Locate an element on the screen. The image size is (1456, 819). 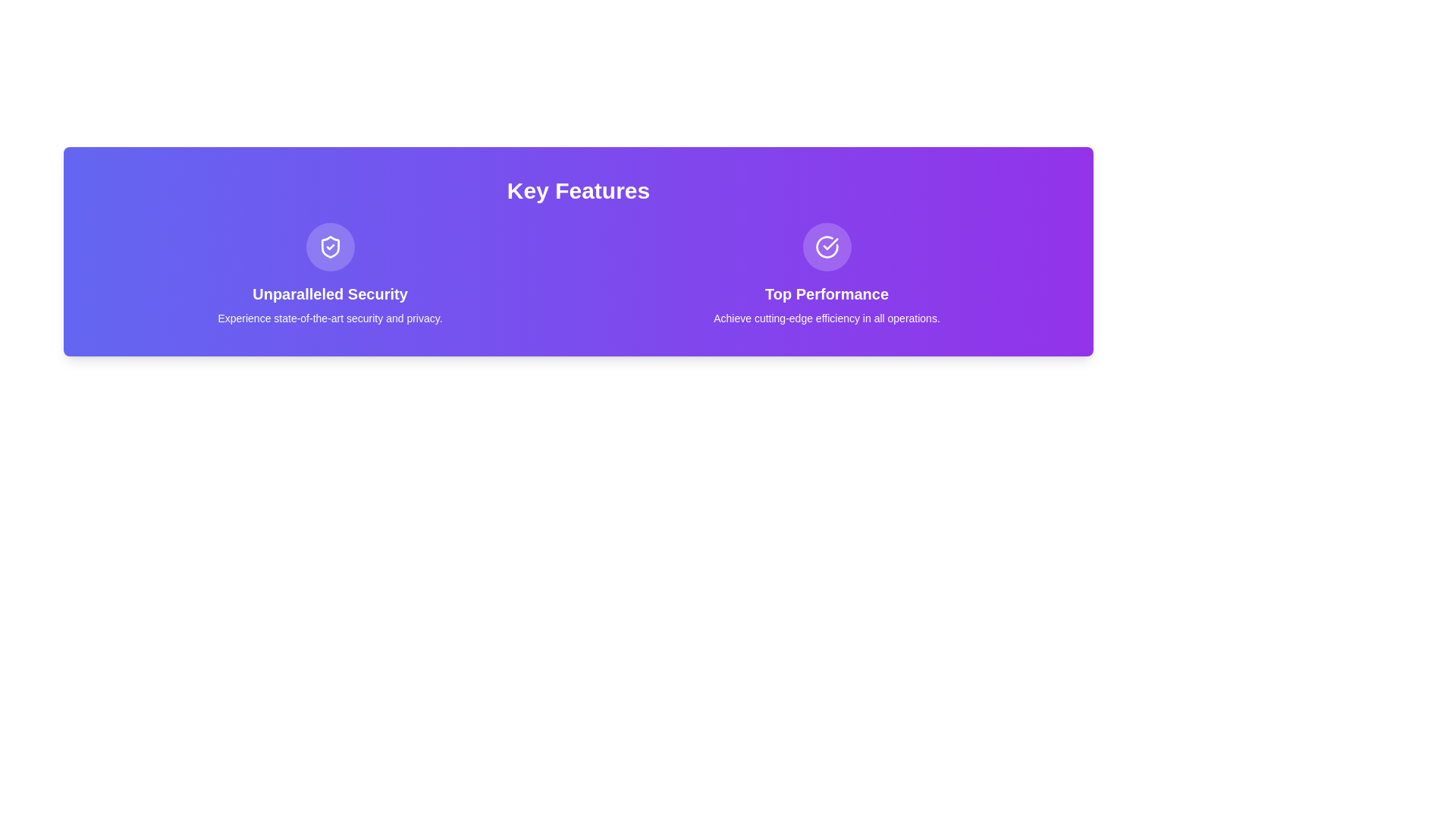
the bold, large-sized text reading 'Top Performance' to trigger a tooltip is located at coordinates (826, 294).